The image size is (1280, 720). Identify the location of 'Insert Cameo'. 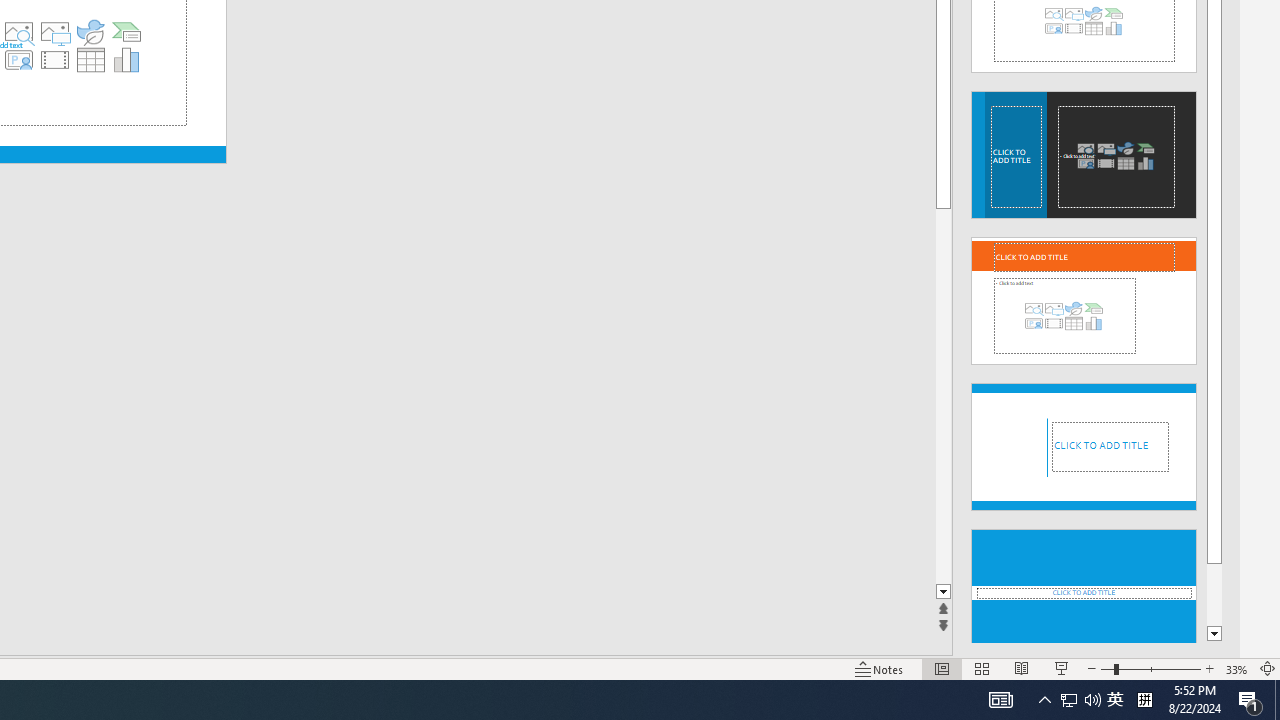
(18, 59).